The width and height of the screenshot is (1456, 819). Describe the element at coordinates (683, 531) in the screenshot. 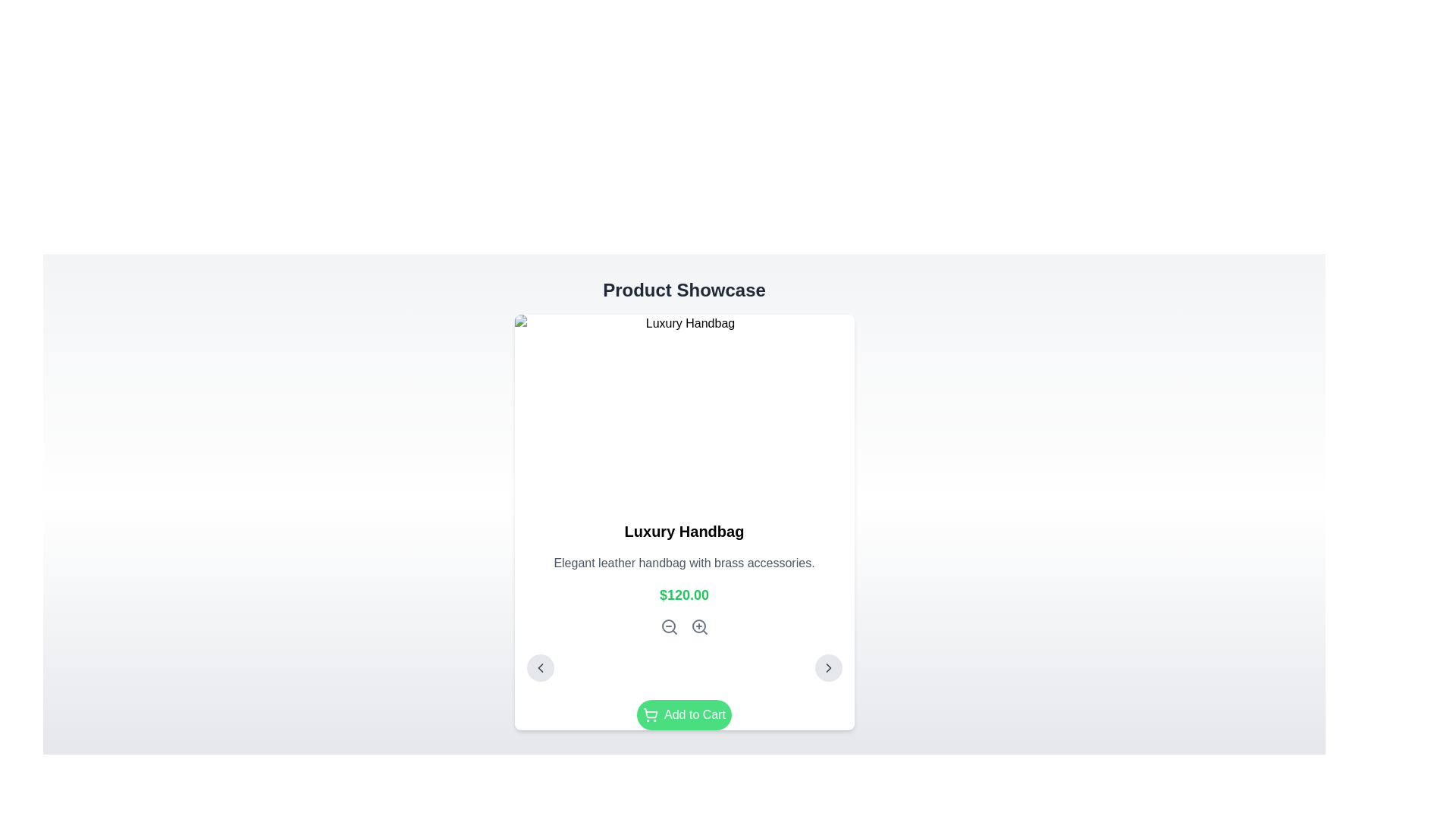

I see `the bold black text label reading 'Luxury Handbag', which is located centrally in the 'Product Showcase' card, above the product description and price` at that location.